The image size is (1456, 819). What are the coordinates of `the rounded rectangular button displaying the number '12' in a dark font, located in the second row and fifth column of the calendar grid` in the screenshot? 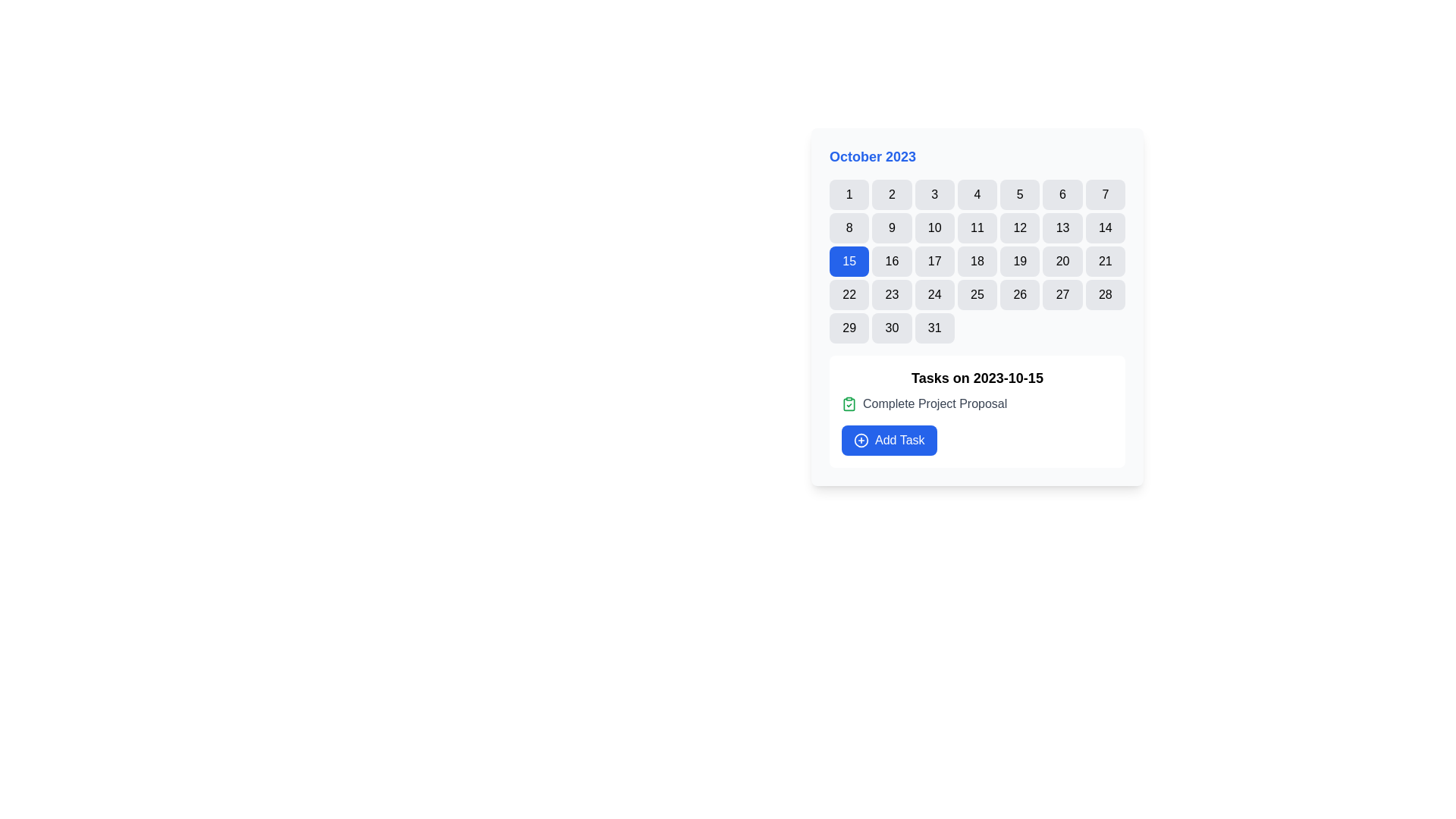 It's located at (1020, 227).